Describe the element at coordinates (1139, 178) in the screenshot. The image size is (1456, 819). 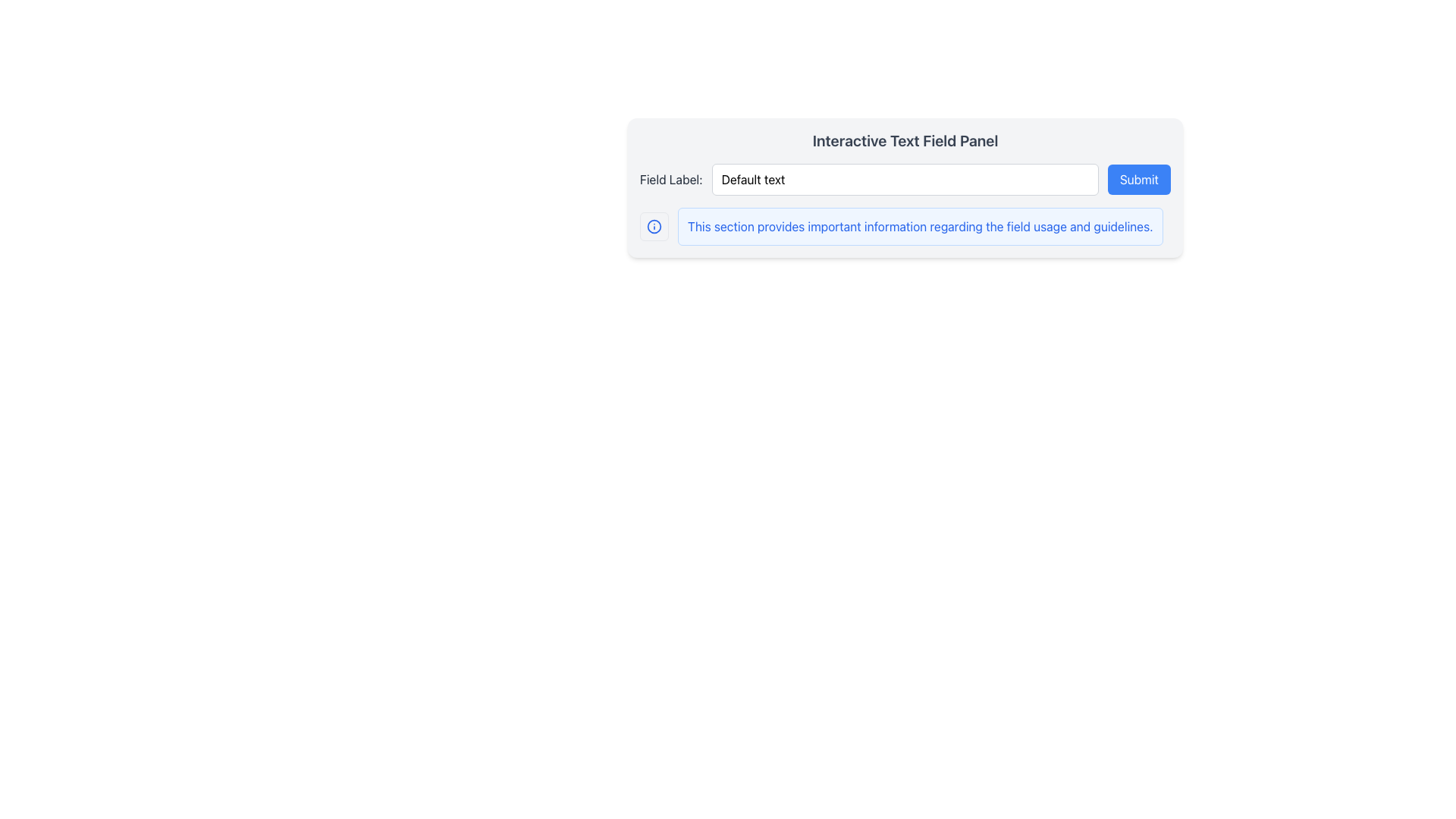
I see `the 'Submit' button, which is a rectangular button with rounded corners, blue background, and white text, located at the far right of the row following the label 'Field Label:' and an input field` at that location.